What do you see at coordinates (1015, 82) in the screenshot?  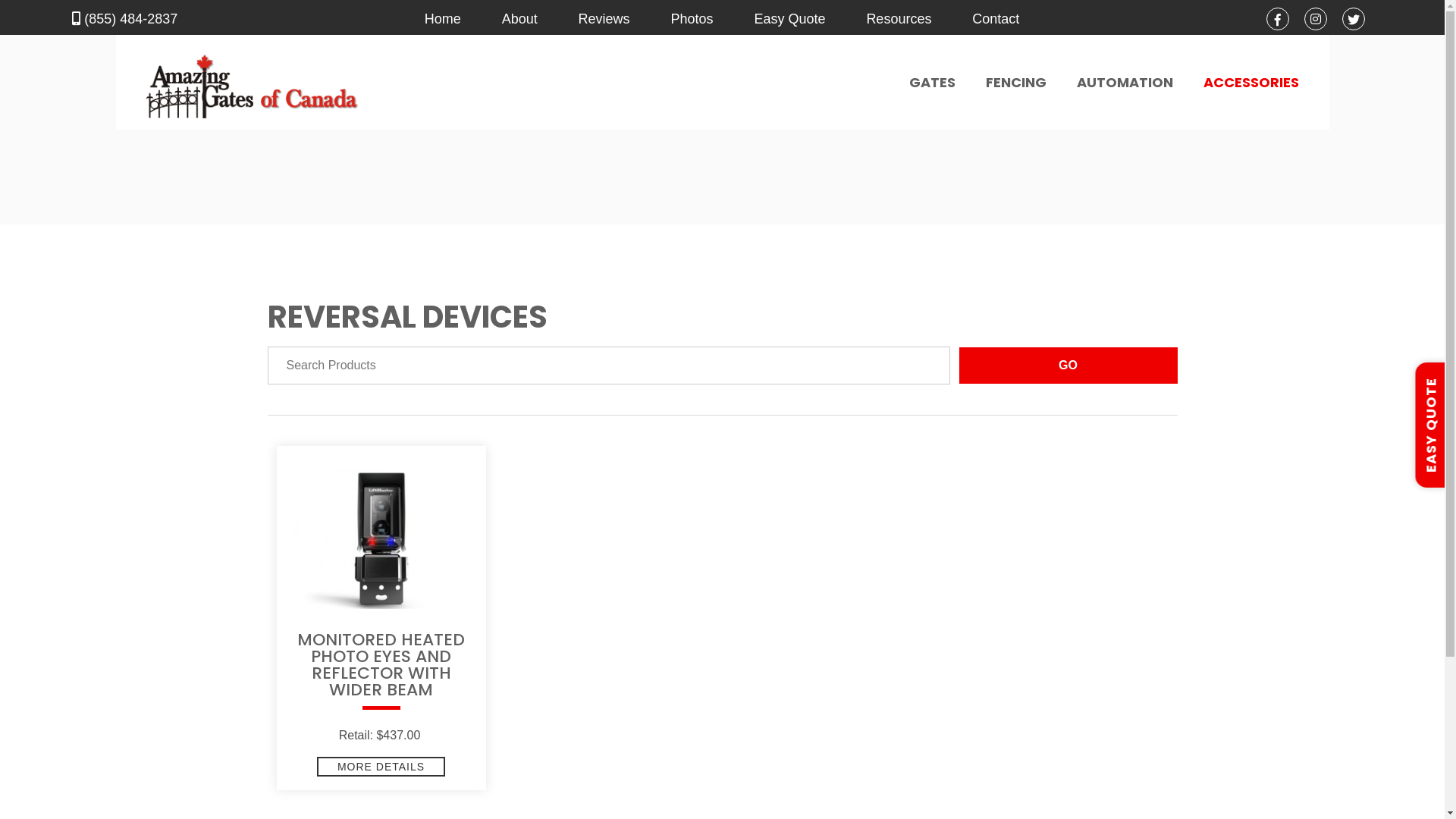 I see `'FENCING'` at bounding box center [1015, 82].